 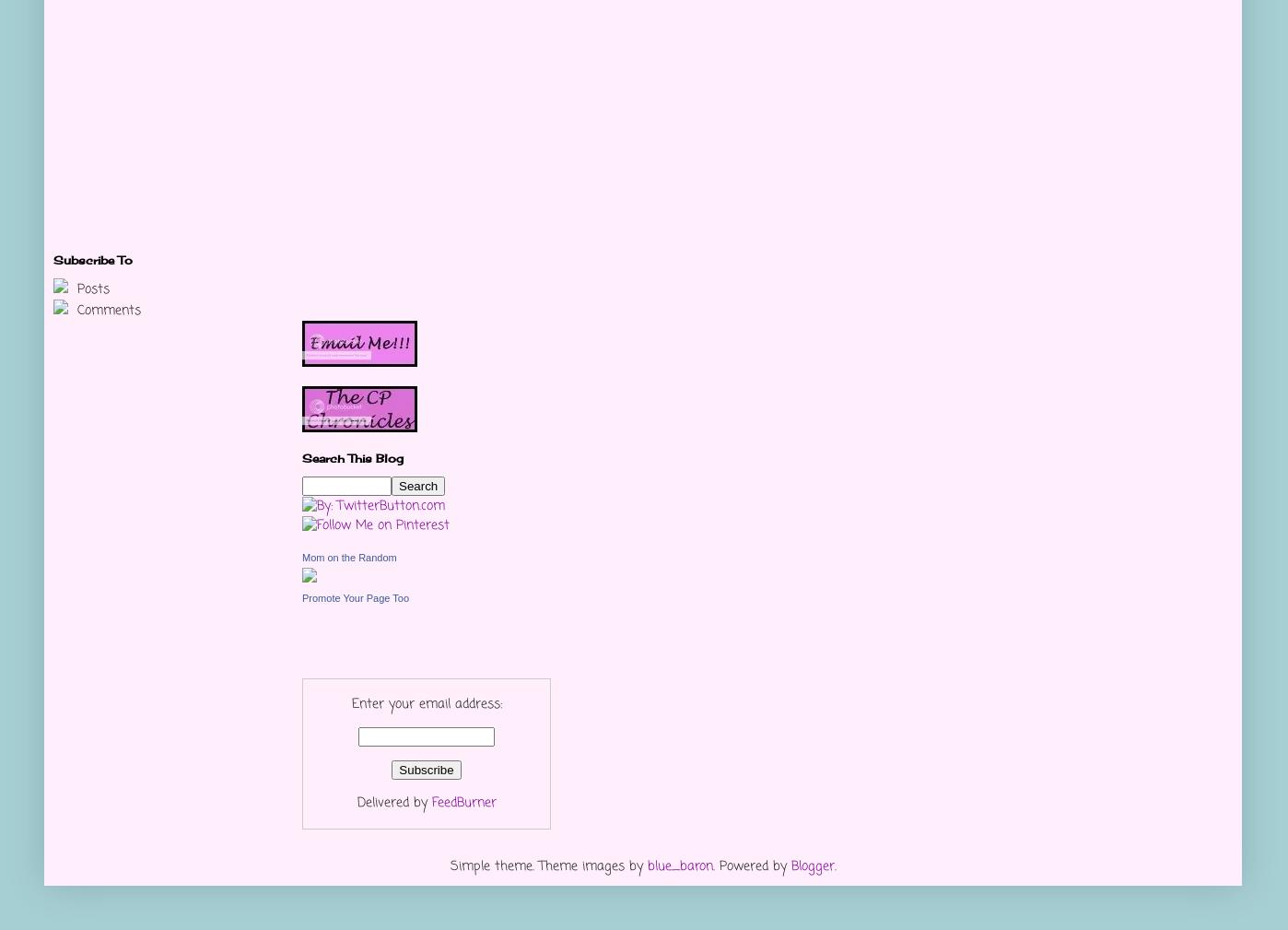 I want to click on 'Search This Blog', so click(x=301, y=457).